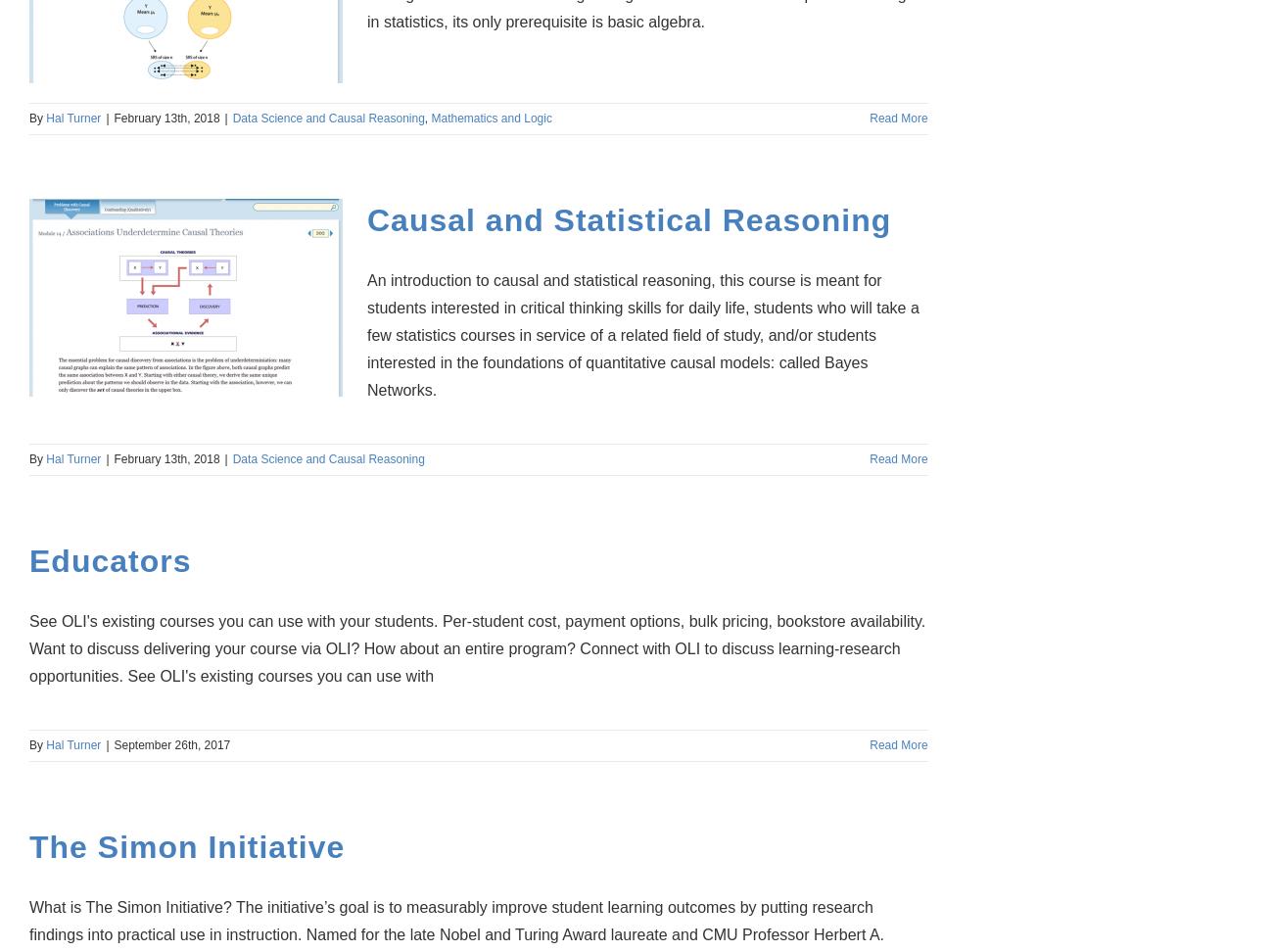 The width and height of the screenshot is (1273, 952). What do you see at coordinates (171, 744) in the screenshot?
I see `'September 26th, 2017'` at bounding box center [171, 744].